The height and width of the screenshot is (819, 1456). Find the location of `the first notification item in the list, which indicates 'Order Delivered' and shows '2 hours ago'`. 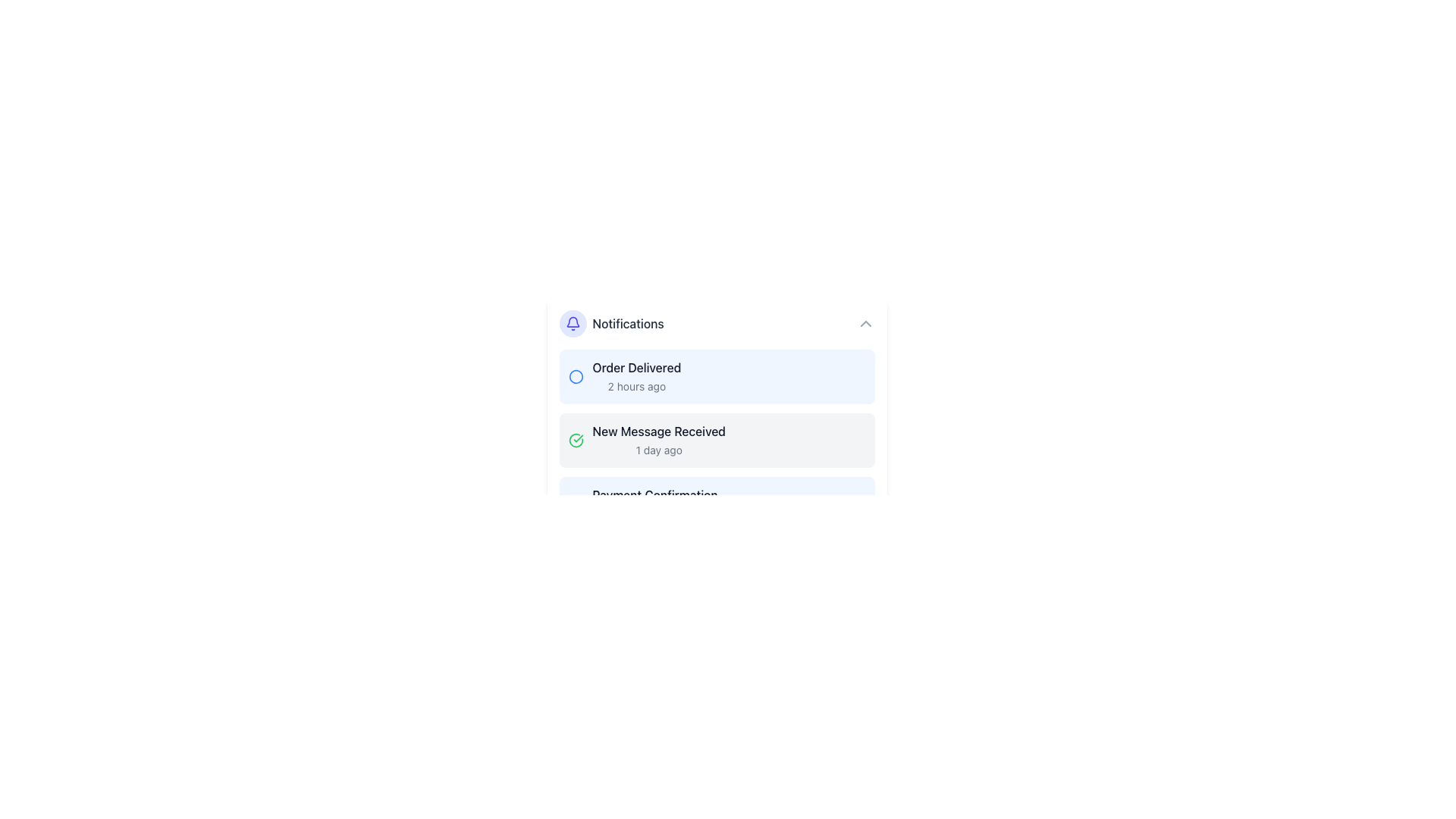

the first notification item in the list, which indicates 'Order Delivered' and shows '2 hours ago' is located at coordinates (624, 376).